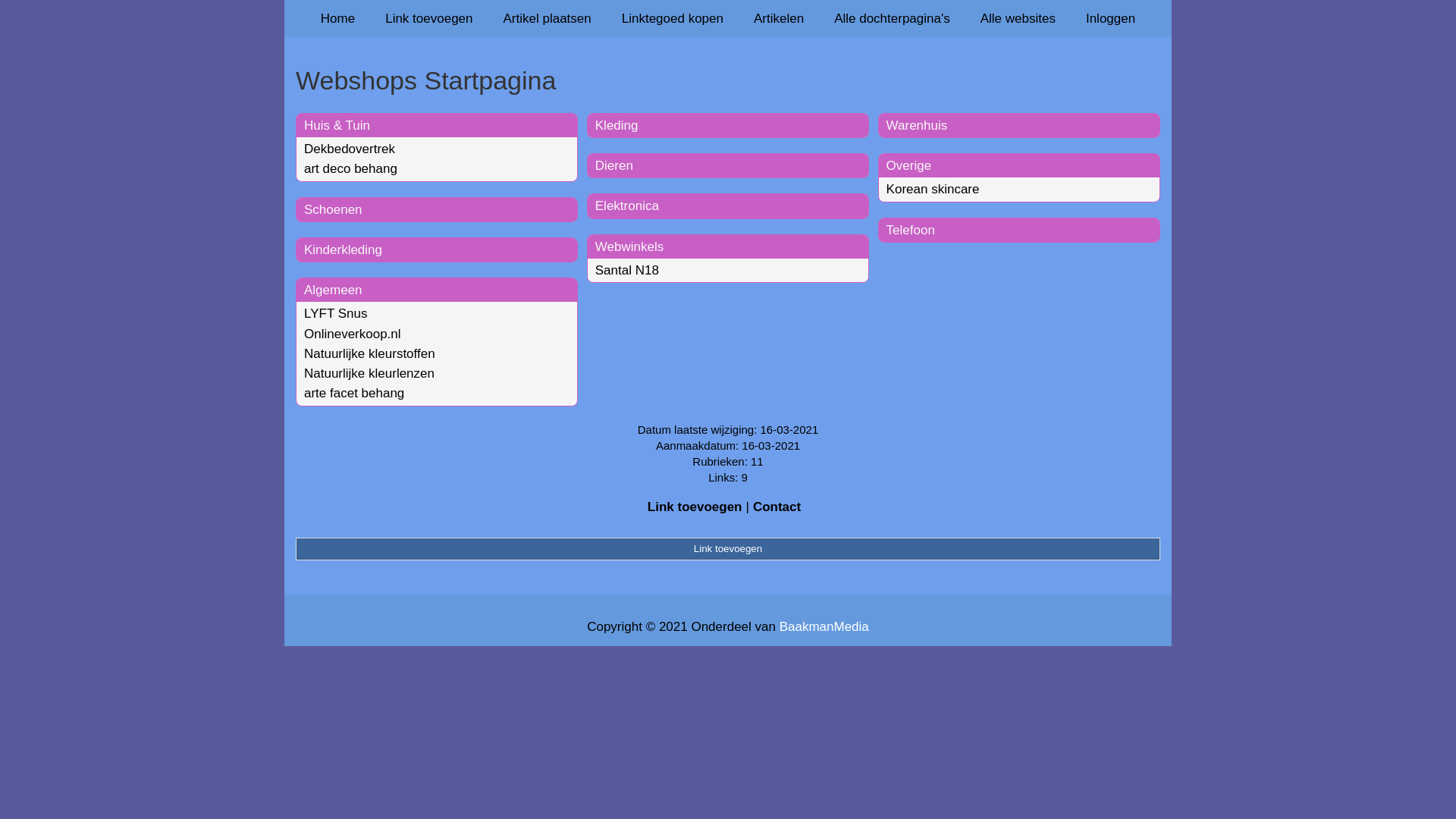 Image resolution: width=1456 pixels, height=819 pixels. Describe the element at coordinates (779, 18) in the screenshot. I see `'Artikelen'` at that location.